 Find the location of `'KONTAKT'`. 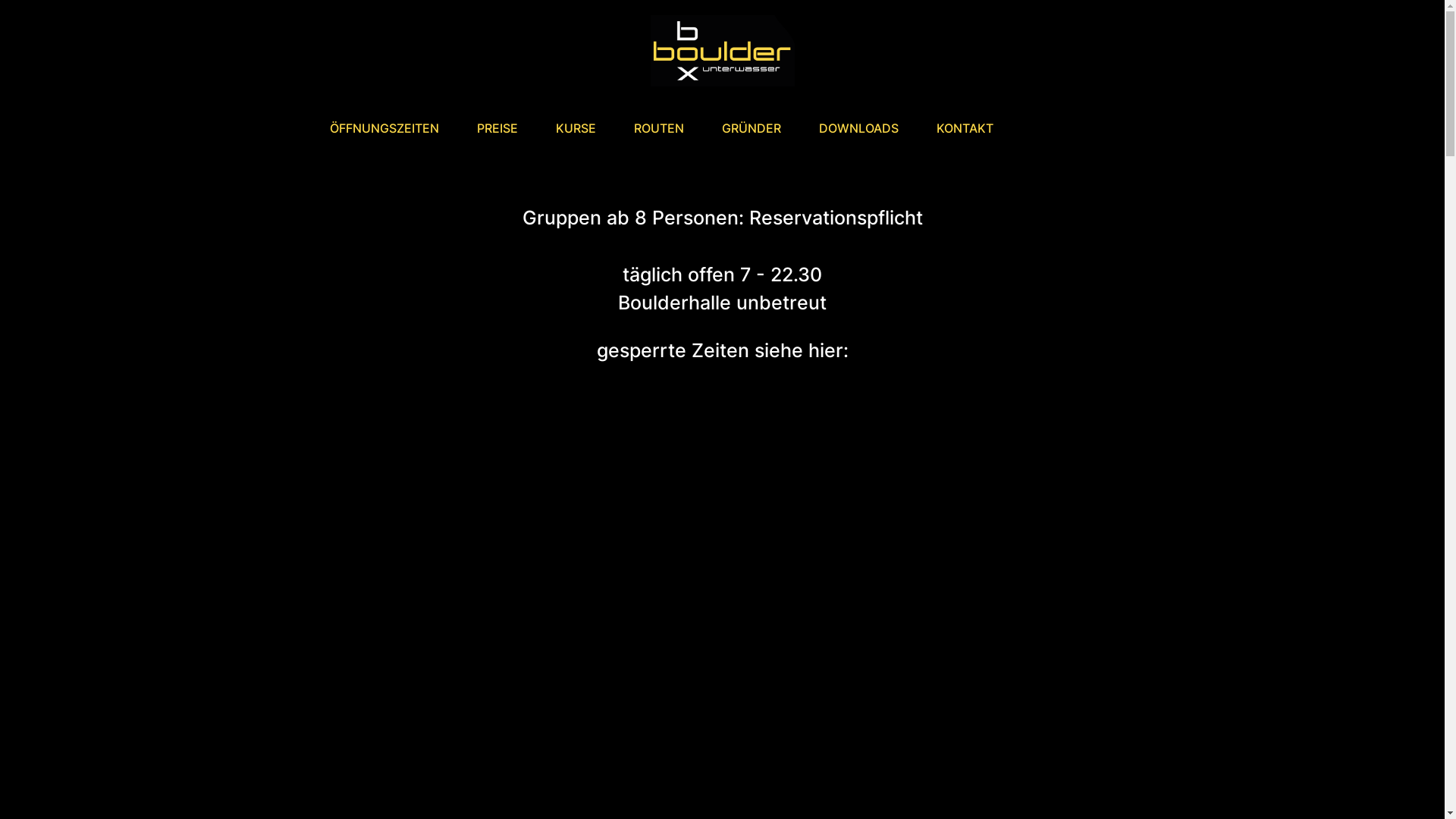

'KONTAKT' is located at coordinates (964, 127).